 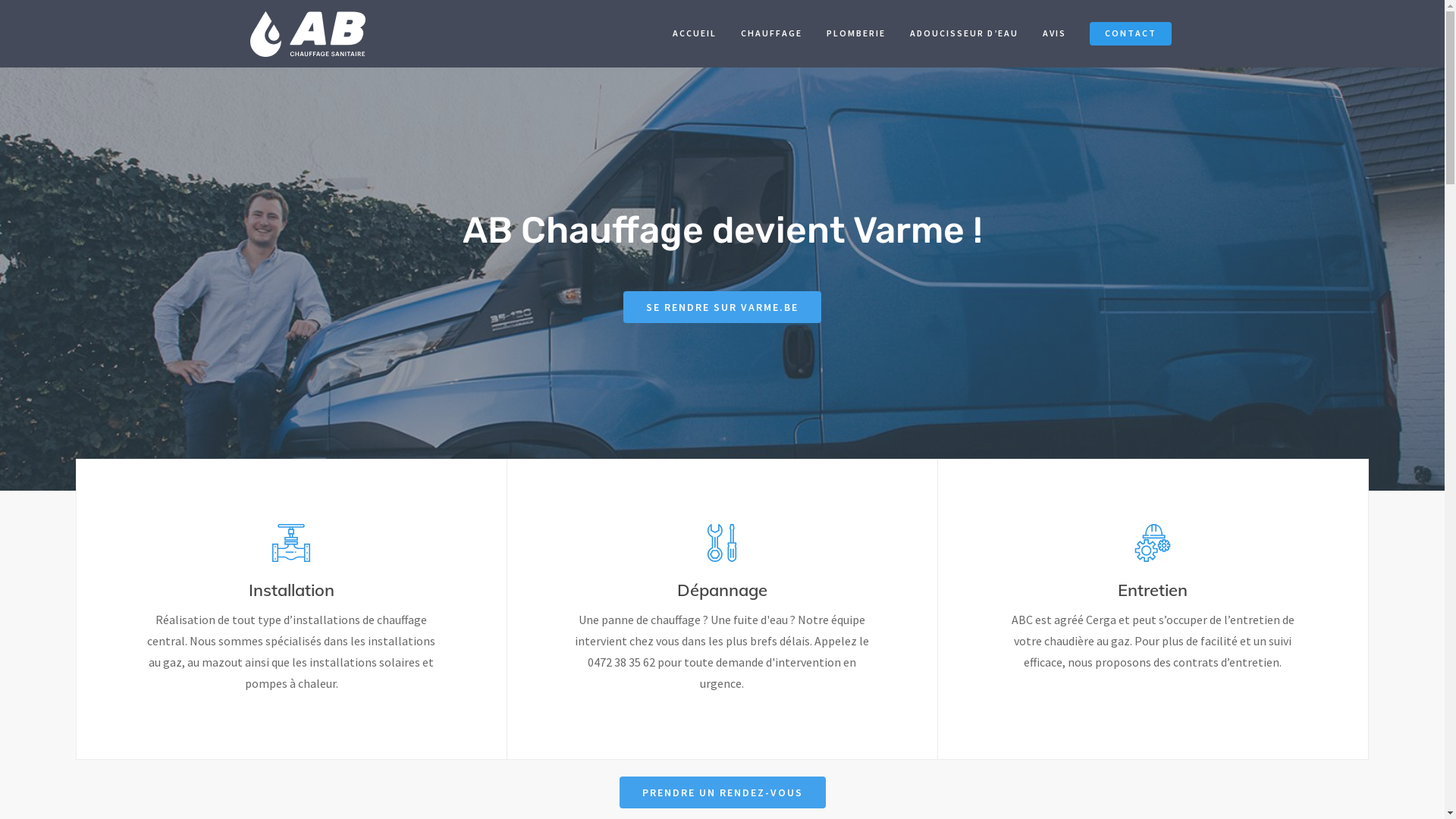 I want to click on 'CONTACT', so click(x=1131, y=38).